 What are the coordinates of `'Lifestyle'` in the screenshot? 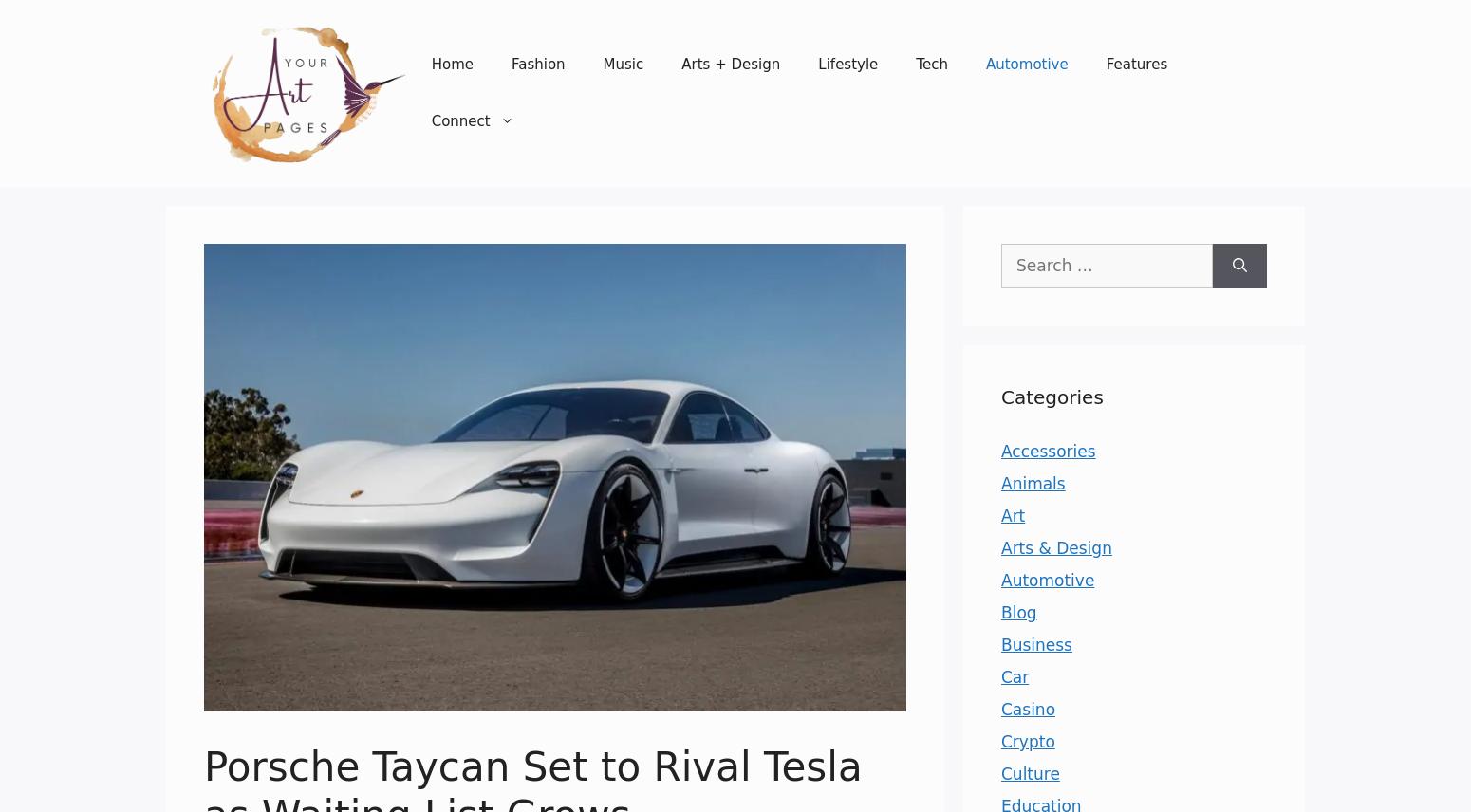 It's located at (817, 63).